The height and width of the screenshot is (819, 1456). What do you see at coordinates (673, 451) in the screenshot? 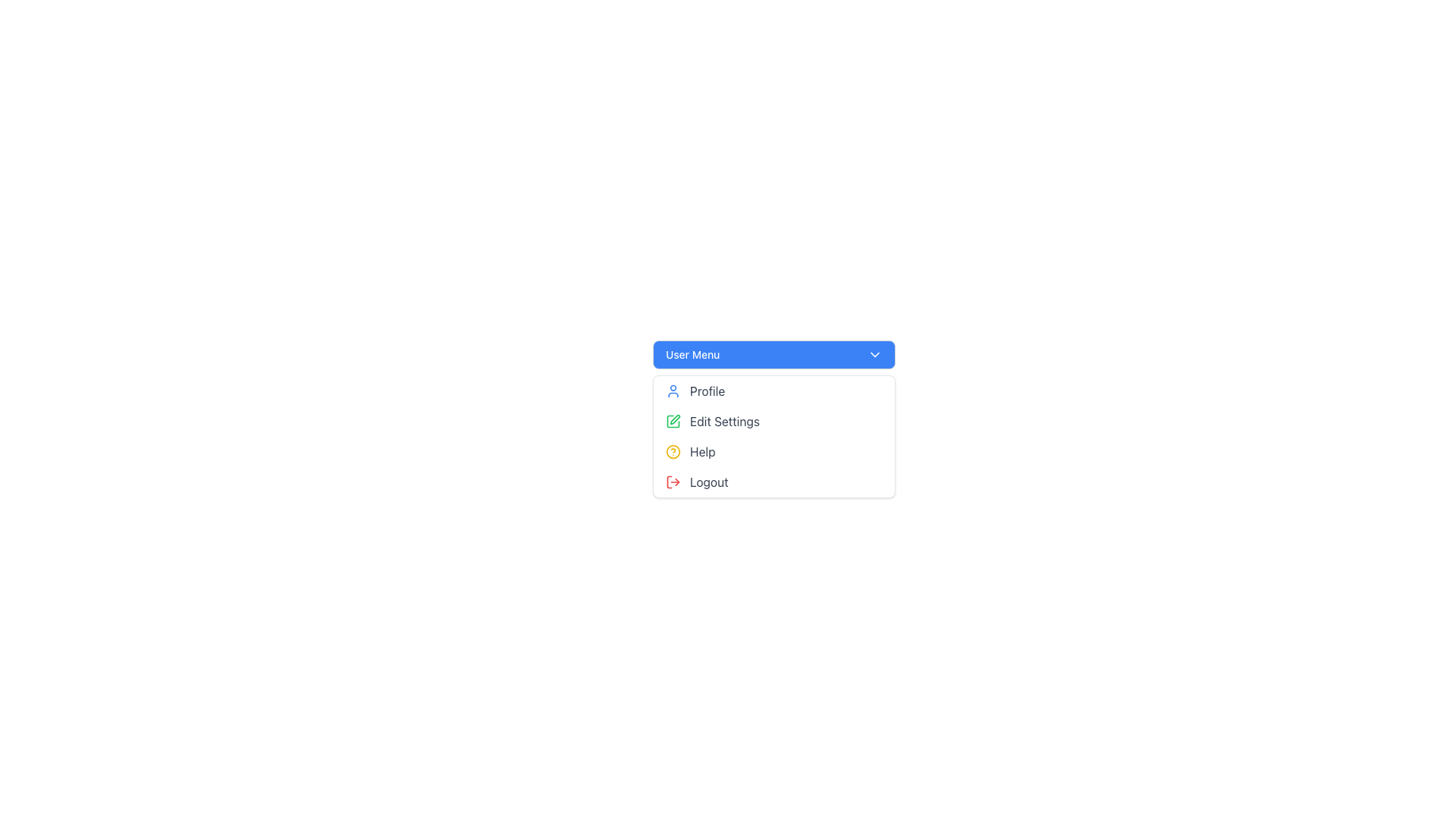
I see `the circular question mark icon with a yellow outline, located in the 'Help' menu item of the 'User Menu'` at bounding box center [673, 451].